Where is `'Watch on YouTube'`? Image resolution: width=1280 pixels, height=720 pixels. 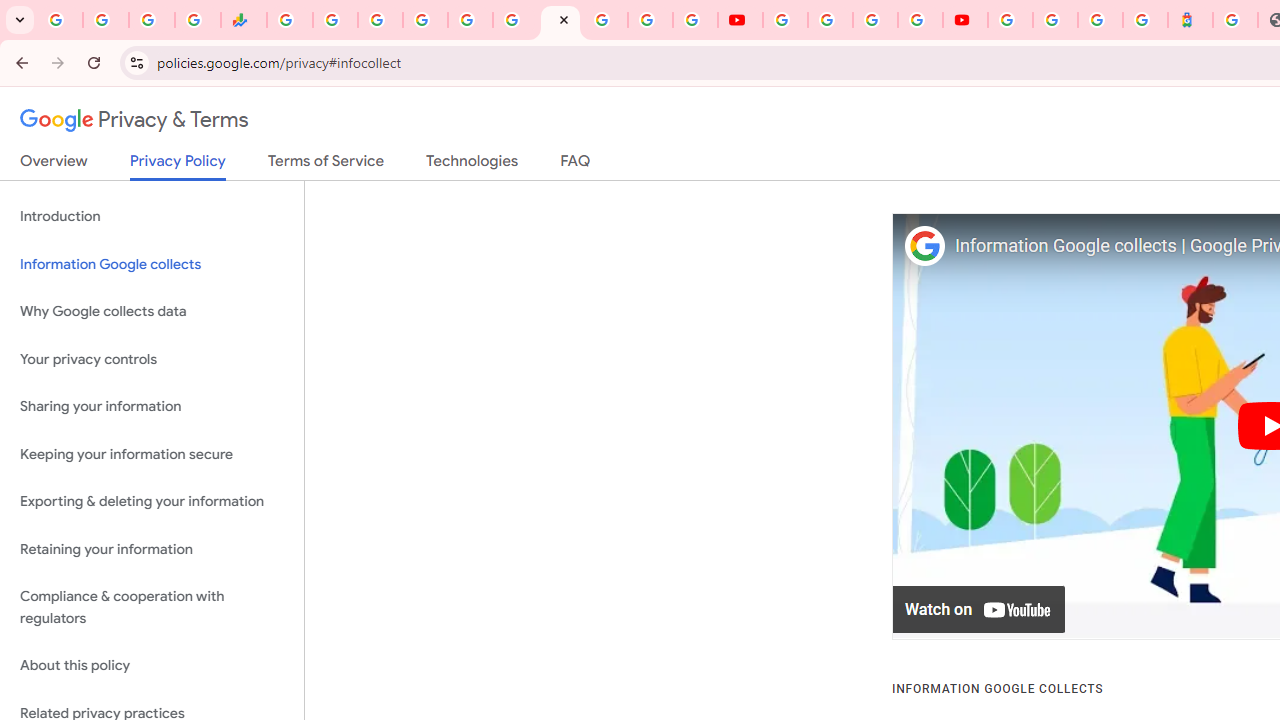 'Watch on YouTube' is located at coordinates (979, 609).